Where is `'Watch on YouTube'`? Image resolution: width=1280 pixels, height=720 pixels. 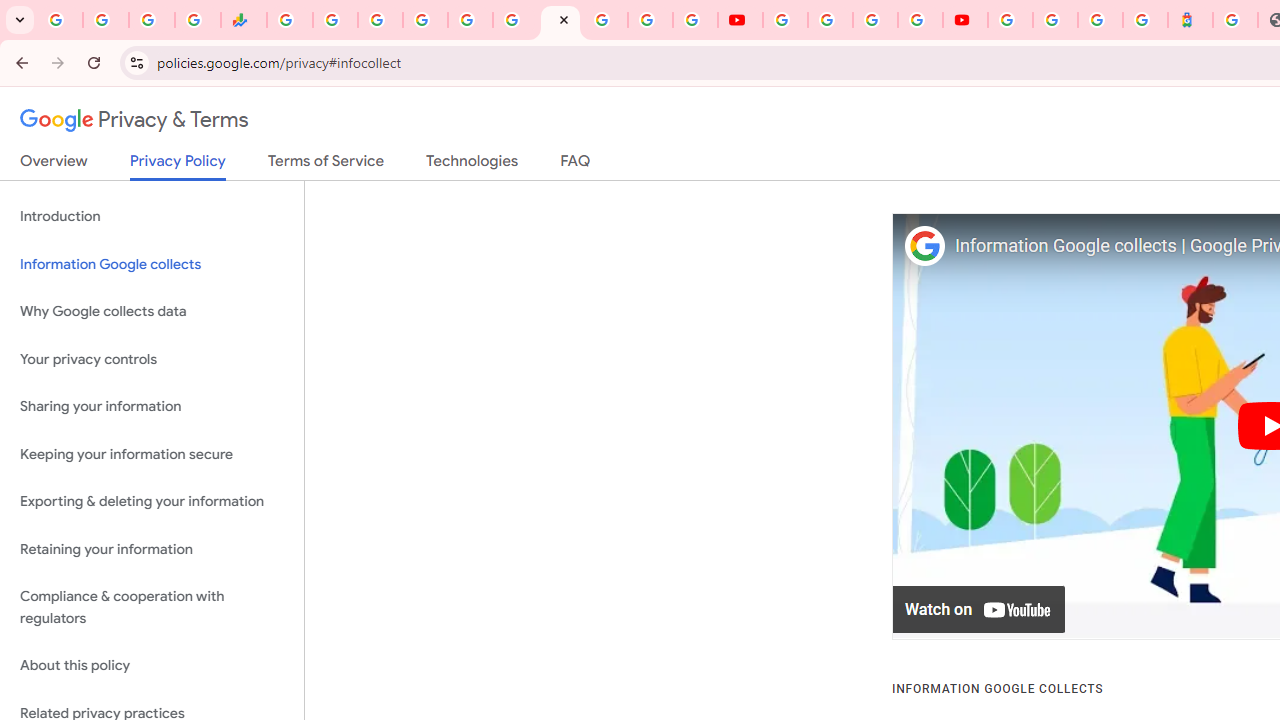 'Watch on YouTube' is located at coordinates (979, 609).